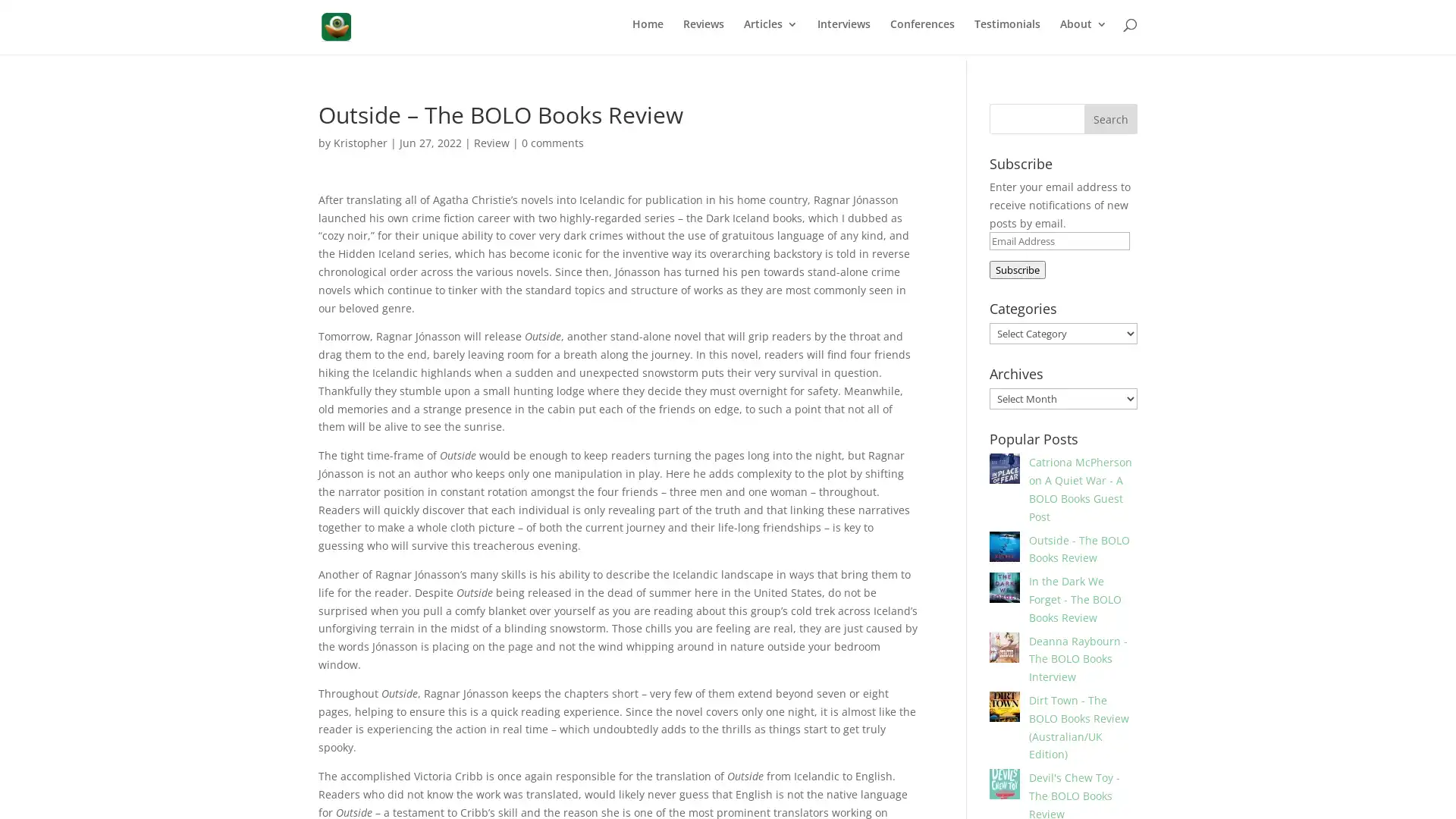  Describe the element at coordinates (1110, 114) in the screenshot. I see `Search` at that location.